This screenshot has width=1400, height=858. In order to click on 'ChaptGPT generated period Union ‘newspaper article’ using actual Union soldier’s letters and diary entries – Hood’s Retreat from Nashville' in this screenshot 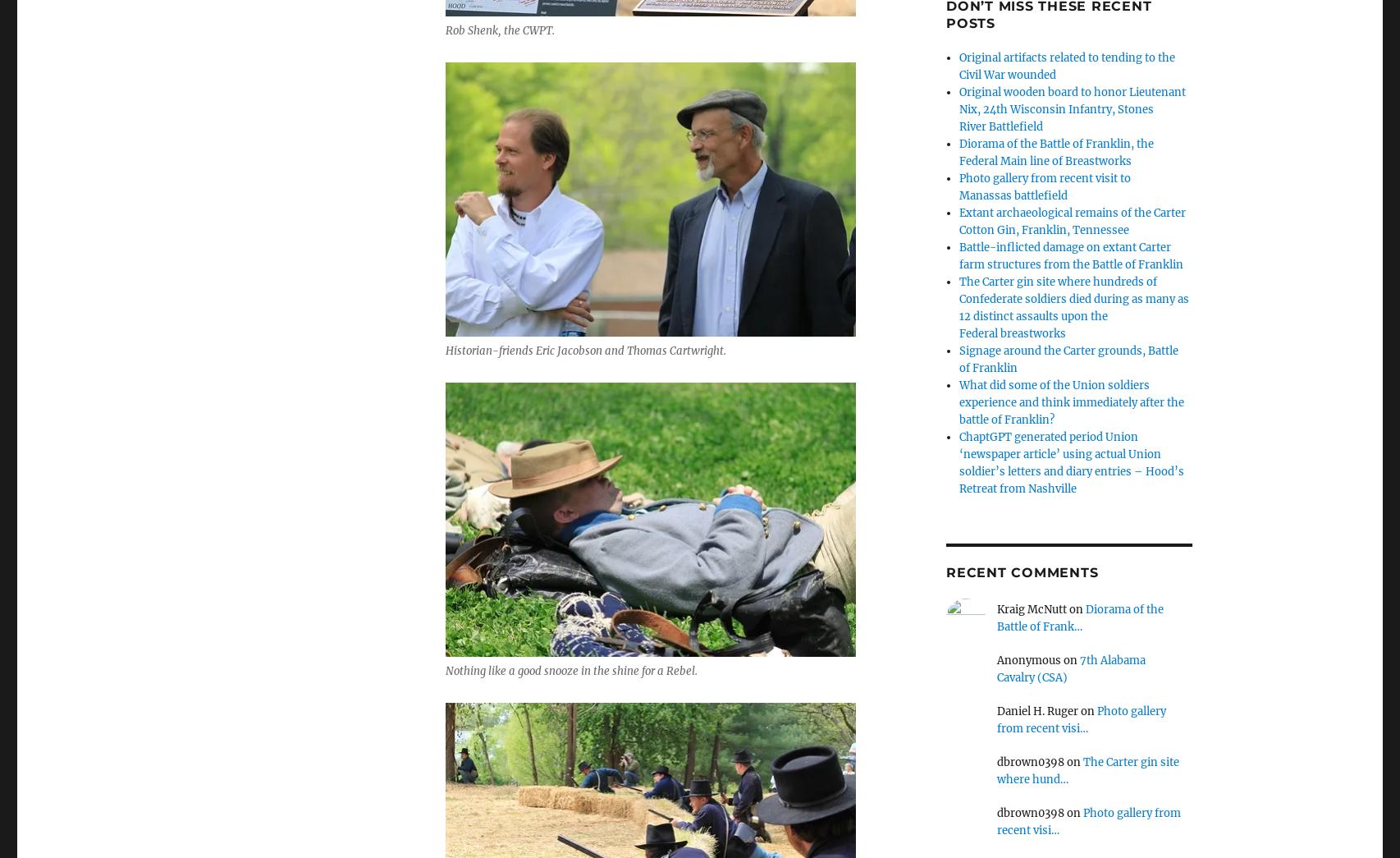, I will do `click(1070, 462)`.